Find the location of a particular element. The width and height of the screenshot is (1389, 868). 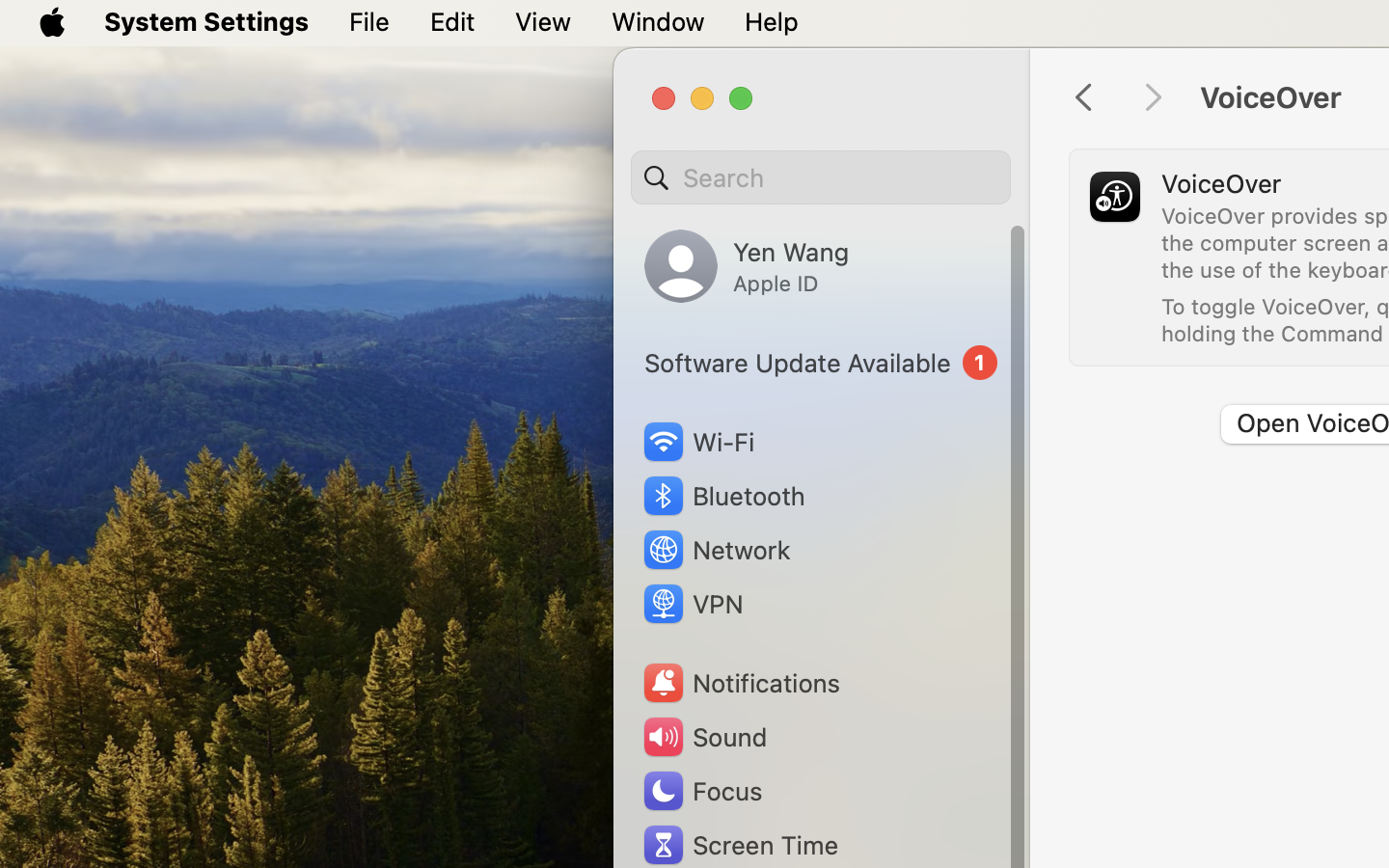

'Focus' is located at coordinates (700, 790).